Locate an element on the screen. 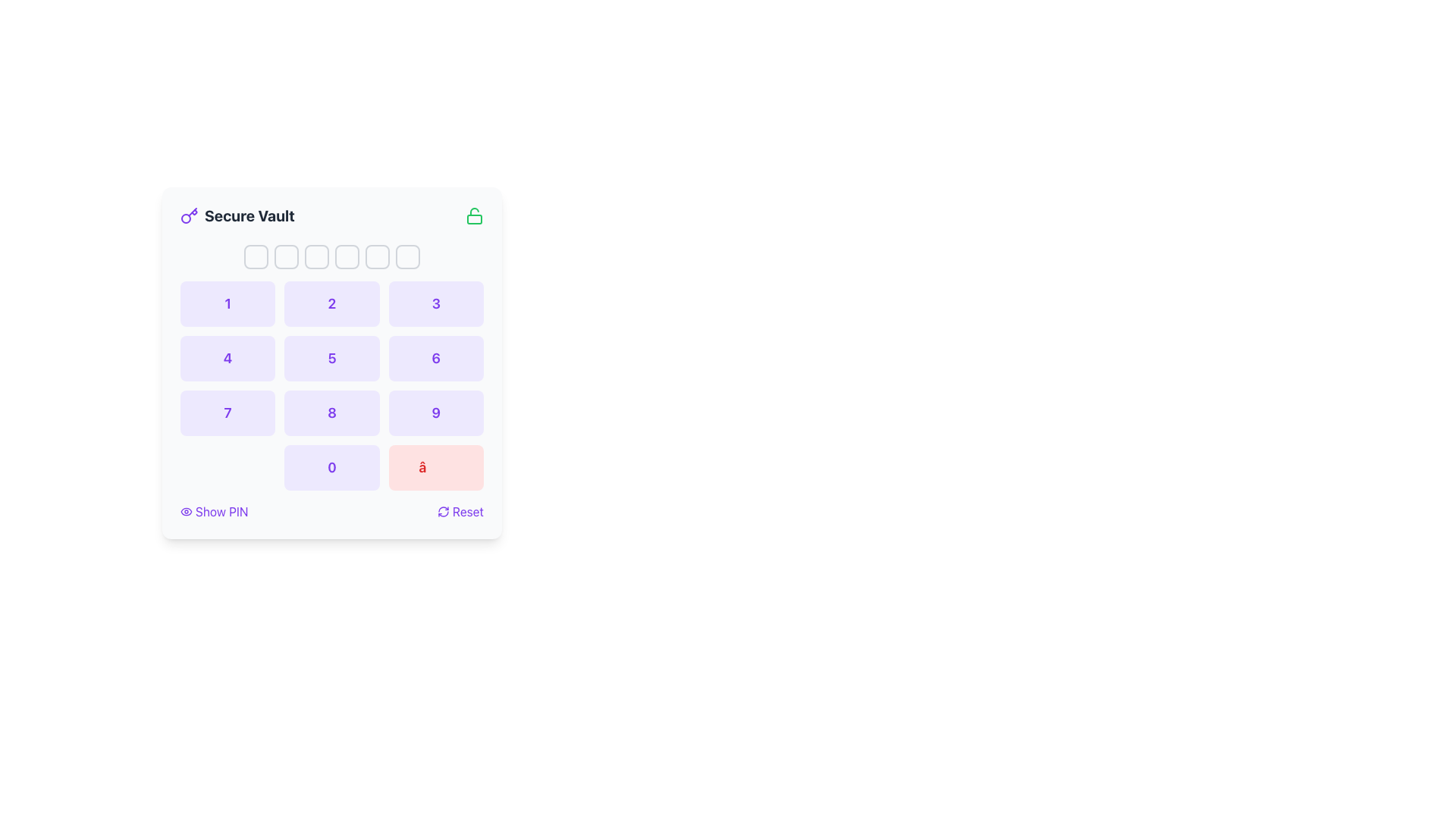 Image resolution: width=1456 pixels, height=819 pixels. the Placeholder box element, which is a small square with rounded corners and a gray border, located in the top section of the Secure Vault interface, specifically the last square in a row of six squares above the numerical keypad is located at coordinates (407, 256).